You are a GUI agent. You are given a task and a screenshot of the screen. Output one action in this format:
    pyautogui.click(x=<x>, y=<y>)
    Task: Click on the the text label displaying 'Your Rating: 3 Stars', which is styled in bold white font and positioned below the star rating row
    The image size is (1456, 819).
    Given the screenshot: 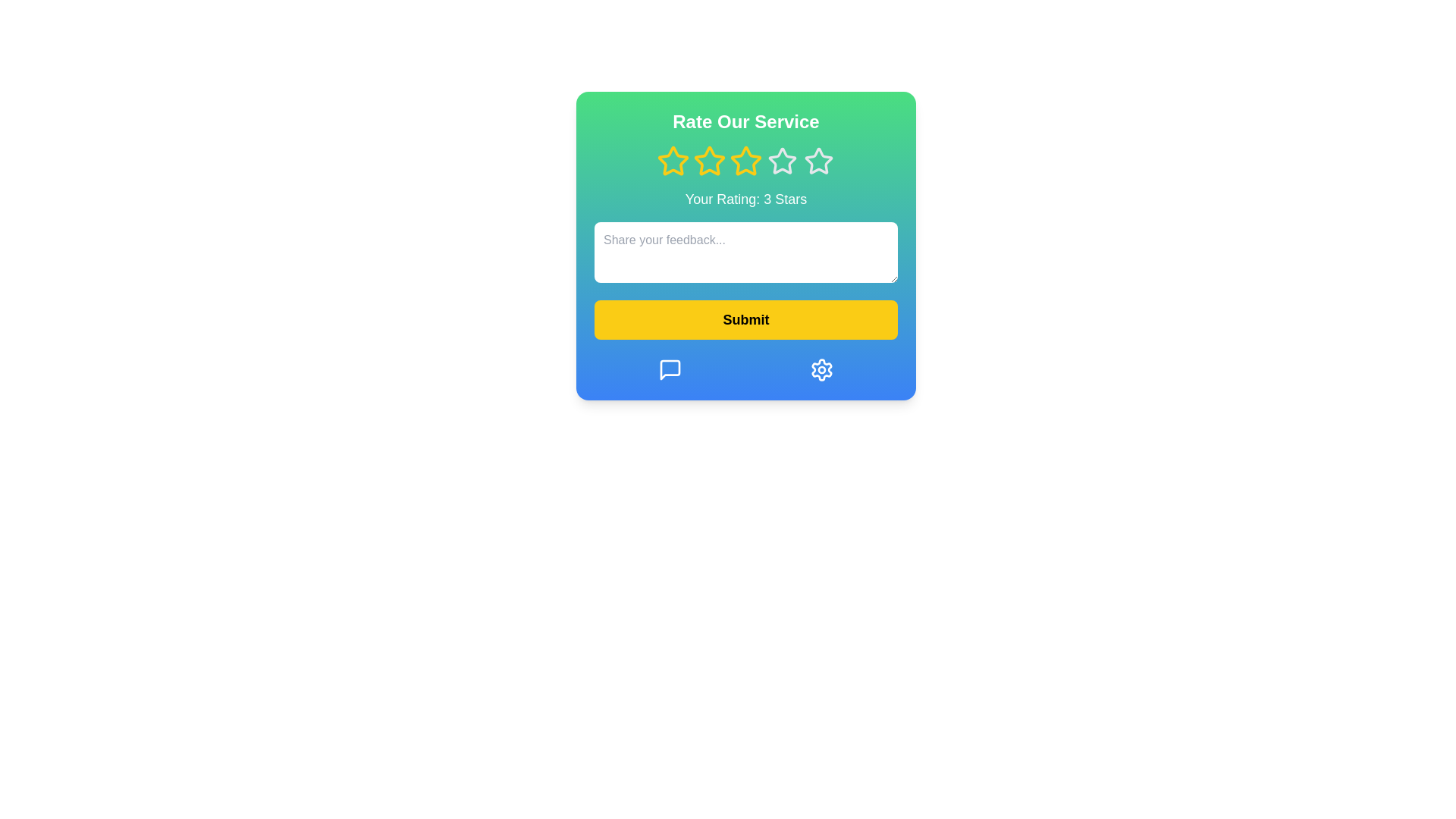 What is the action you would take?
    pyautogui.click(x=745, y=198)
    